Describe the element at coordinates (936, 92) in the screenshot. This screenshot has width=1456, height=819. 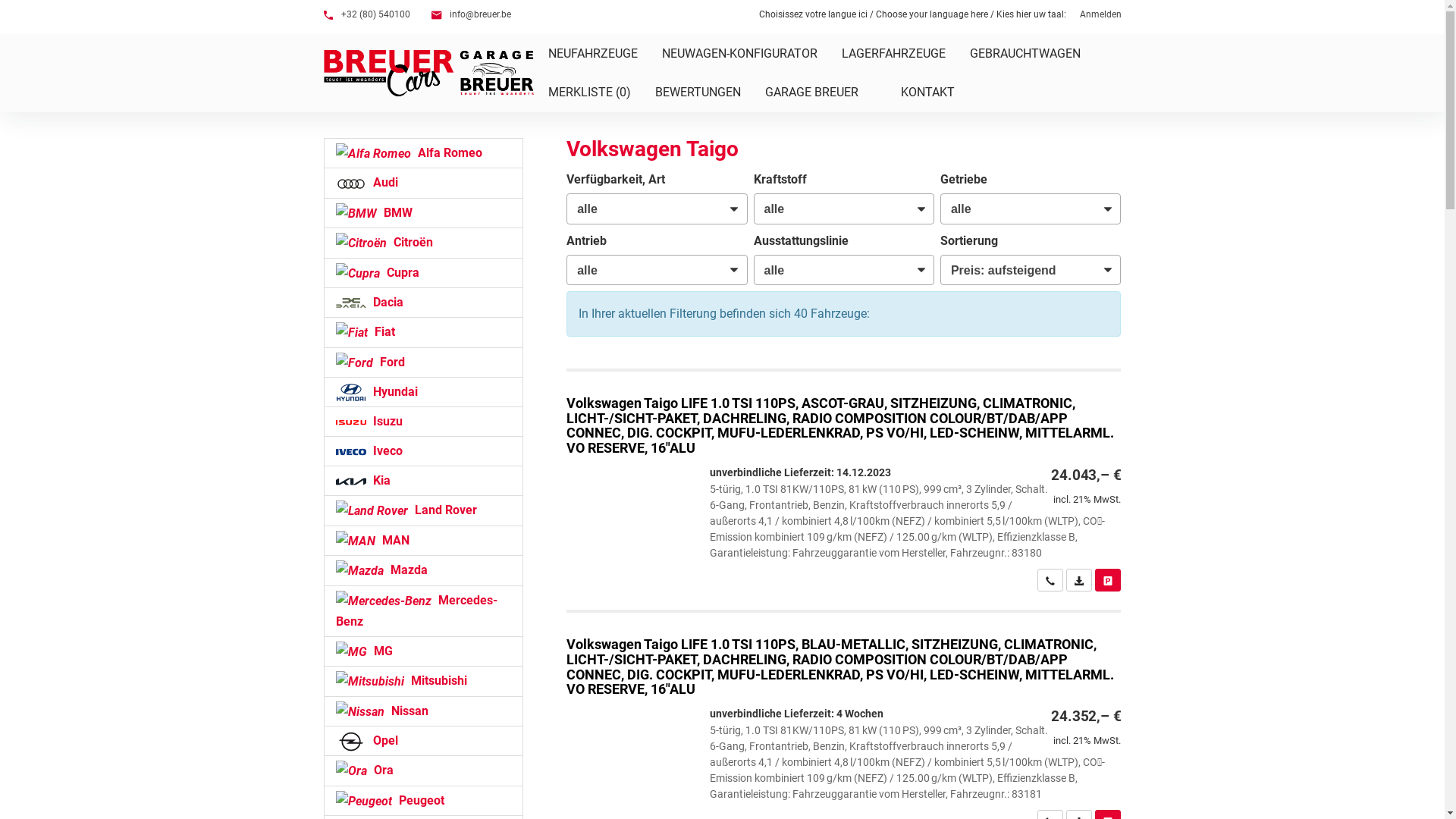
I see `'KONTAKT'` at that location.